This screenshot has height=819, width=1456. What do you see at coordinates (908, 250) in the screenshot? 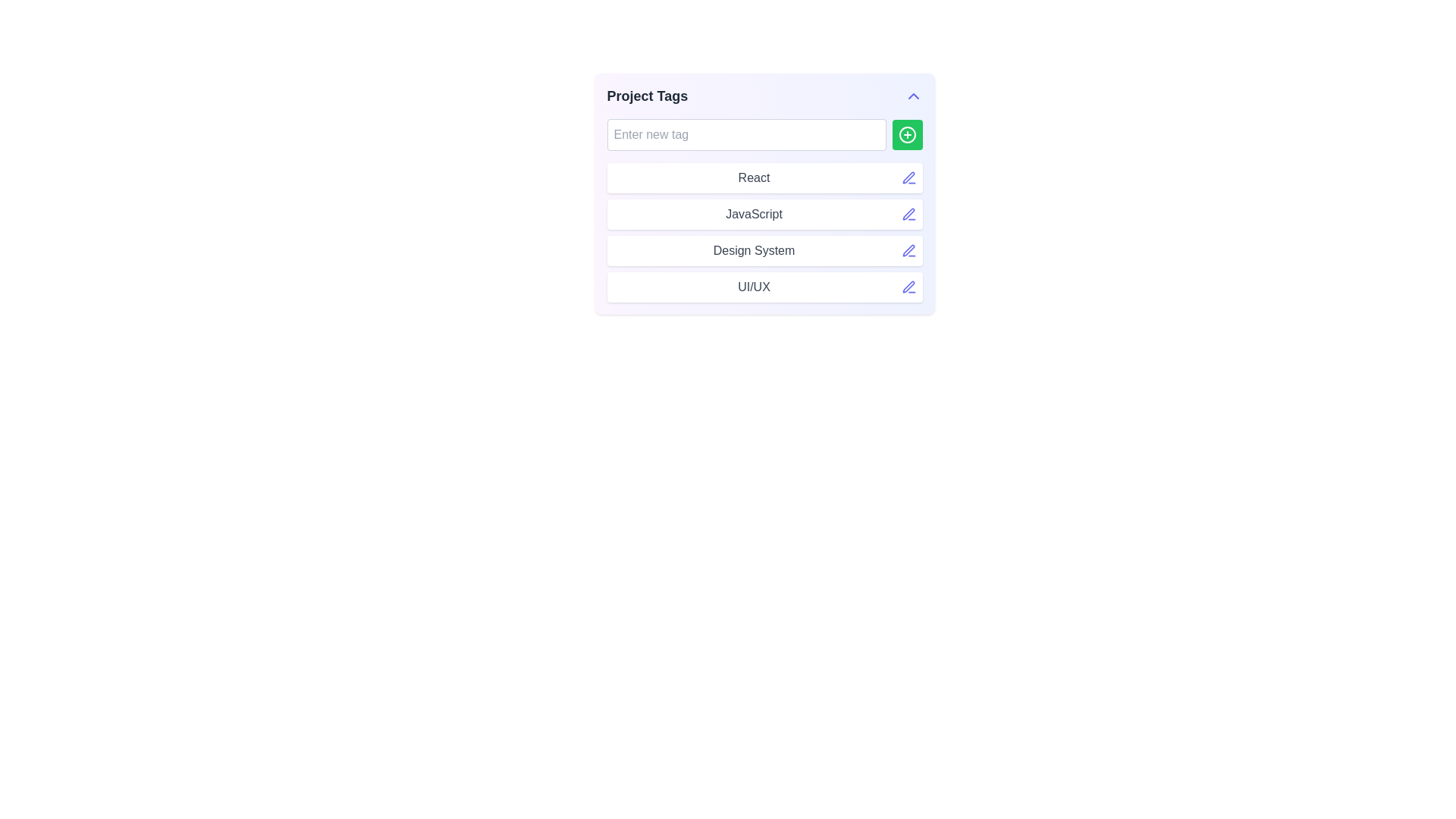
I see `the pen icon button located in the 'Project Tags' section to initiate the editing of the 'Design System' tag` at bounding box center [908, 250].